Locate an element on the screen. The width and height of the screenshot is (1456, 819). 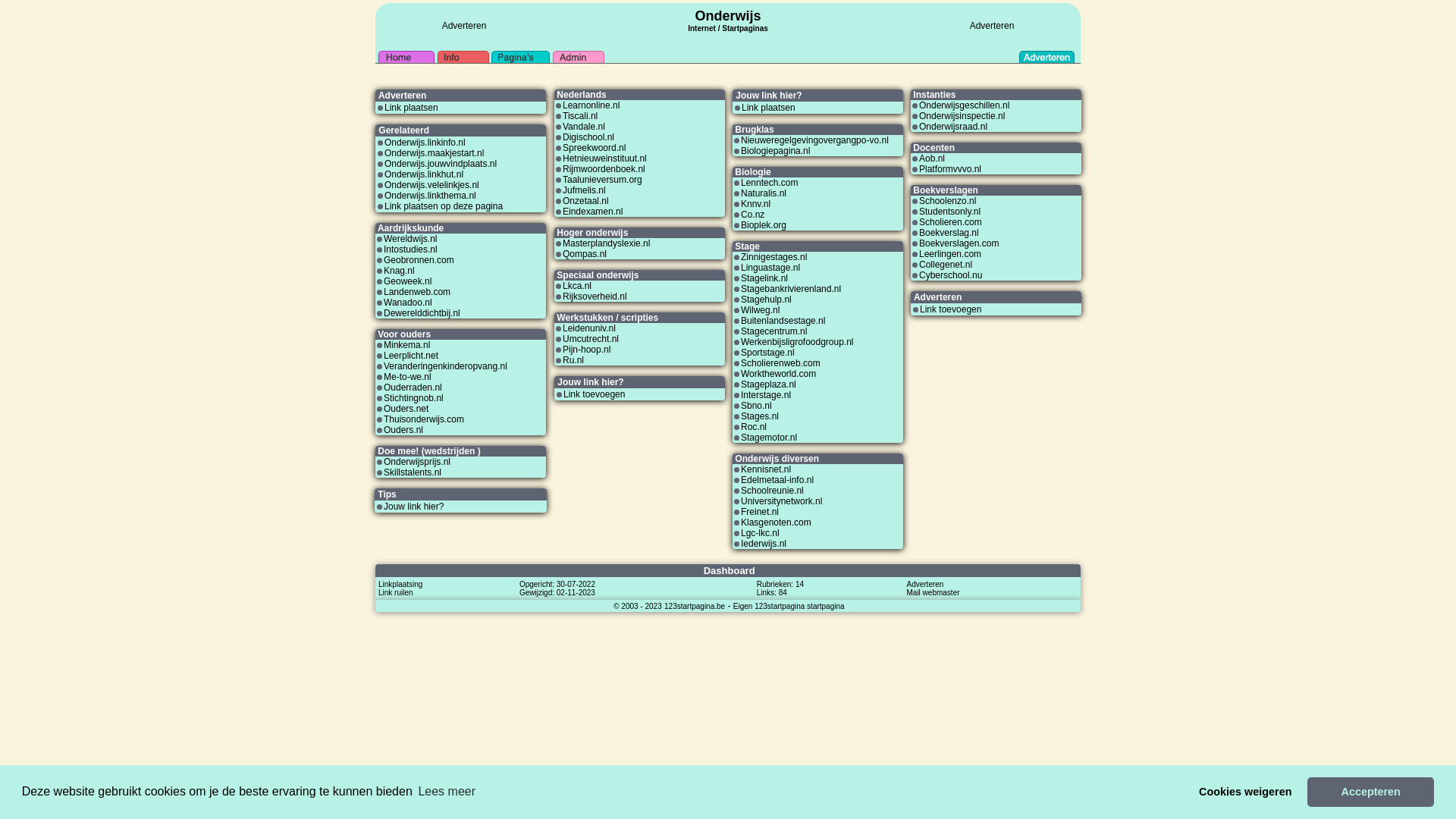
'Leerlingen.com' is located at coordinates (949, 253).